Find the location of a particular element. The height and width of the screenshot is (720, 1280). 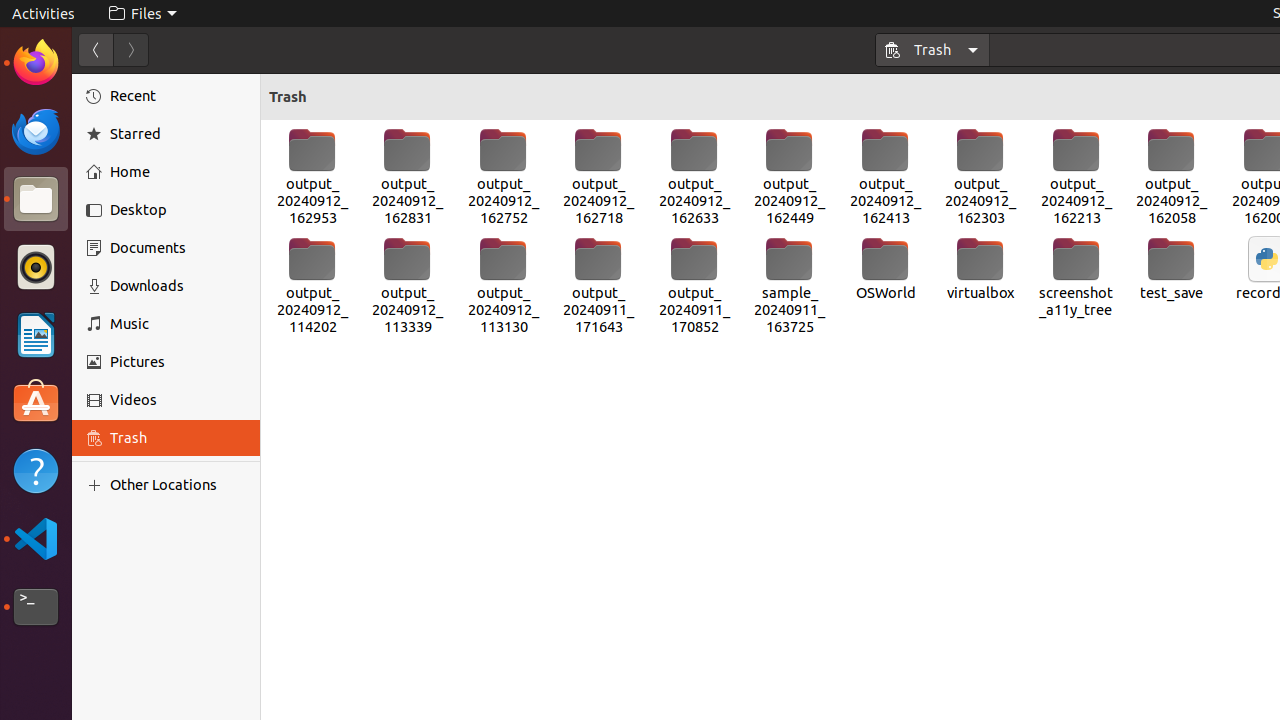

'Desktop' is located at coordinates (178, 210).